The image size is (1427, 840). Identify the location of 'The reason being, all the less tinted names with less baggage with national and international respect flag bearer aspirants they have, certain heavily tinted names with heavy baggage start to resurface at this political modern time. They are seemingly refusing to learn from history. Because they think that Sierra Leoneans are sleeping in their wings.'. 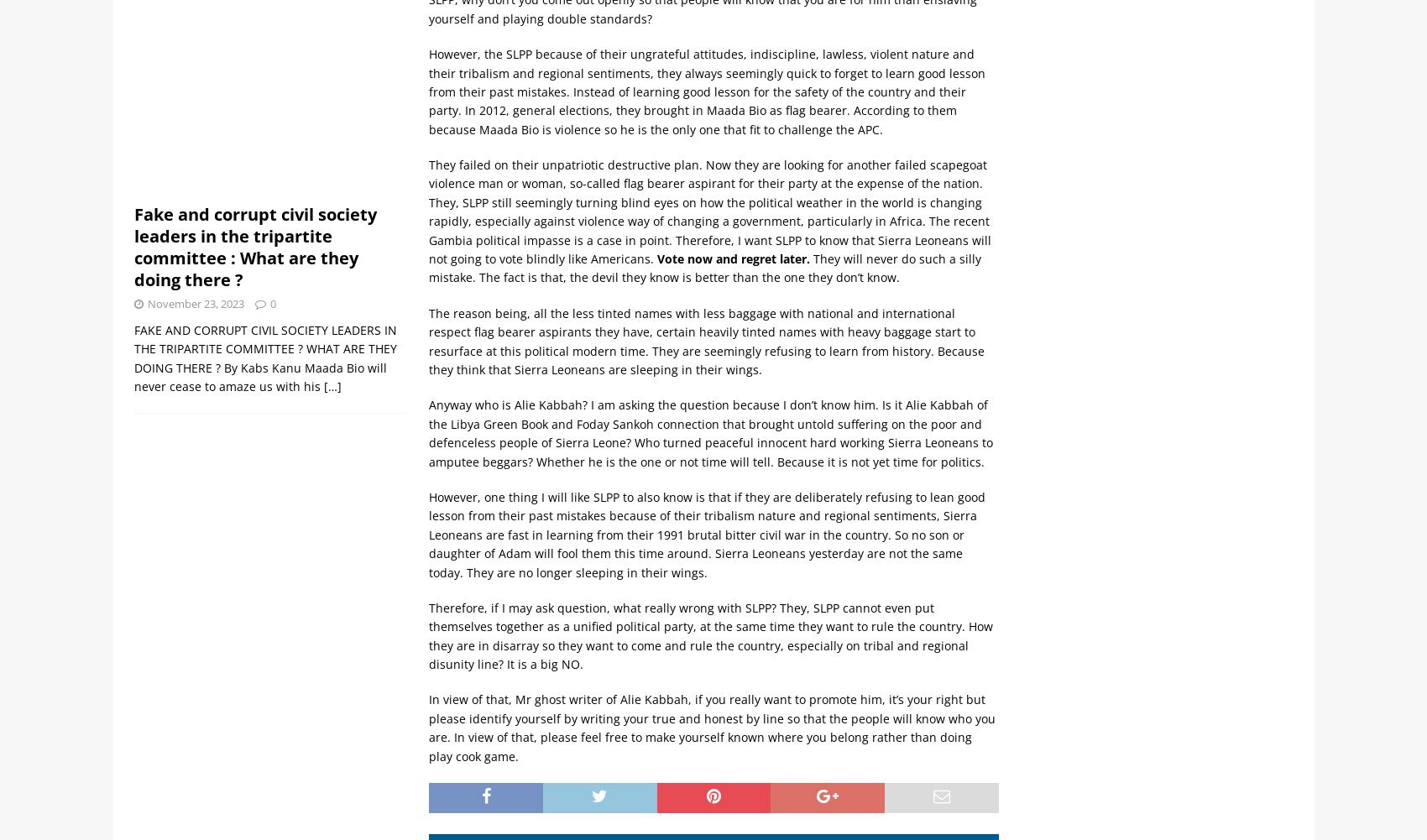
(706, 340).